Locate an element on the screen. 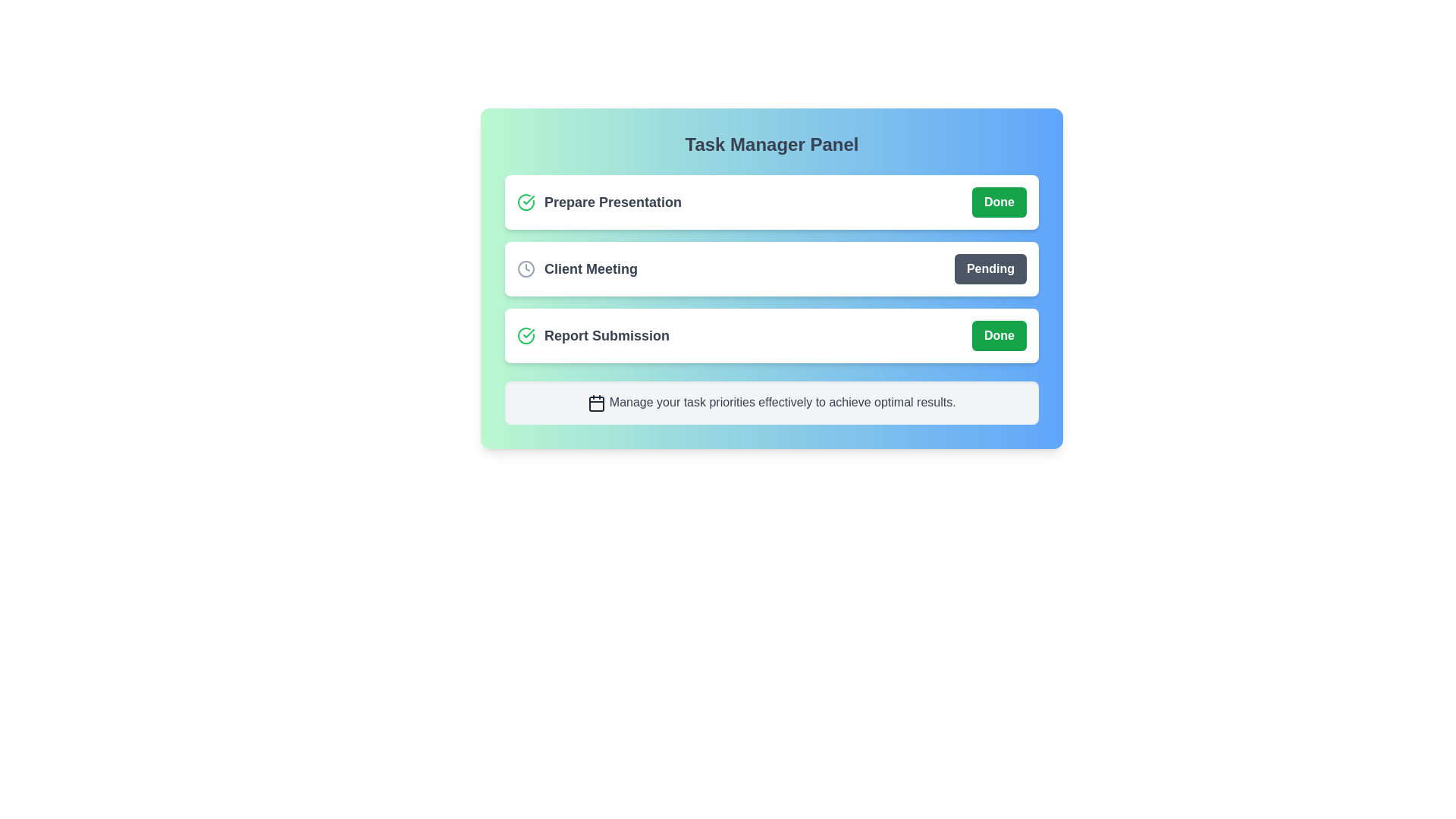 This screenshot has width=1456, height=819. the button labeled Done to observe its hover effect is located at coordinates (999, 201).